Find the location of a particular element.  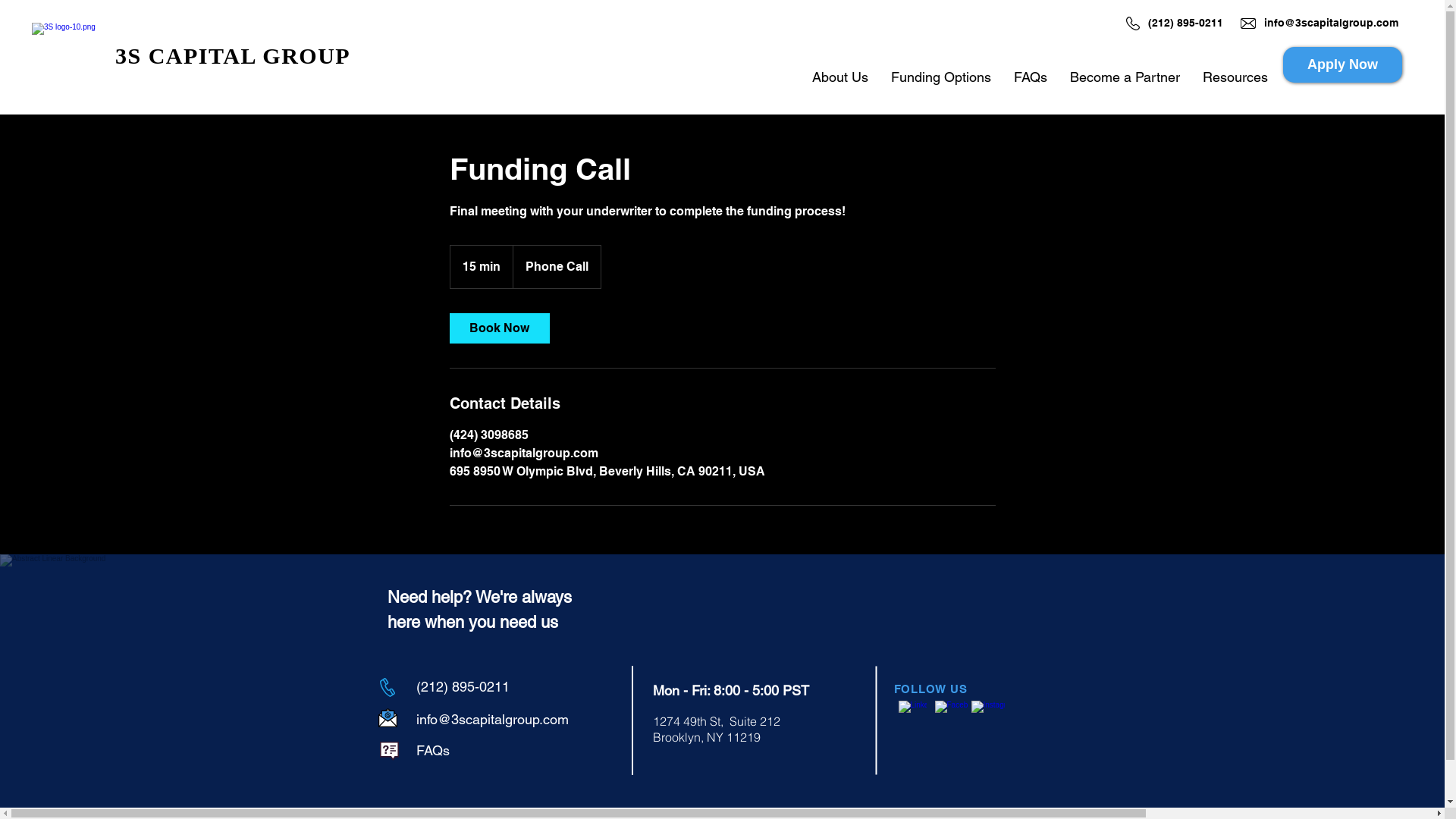

'About Us' is located at coordinates (839, 77).